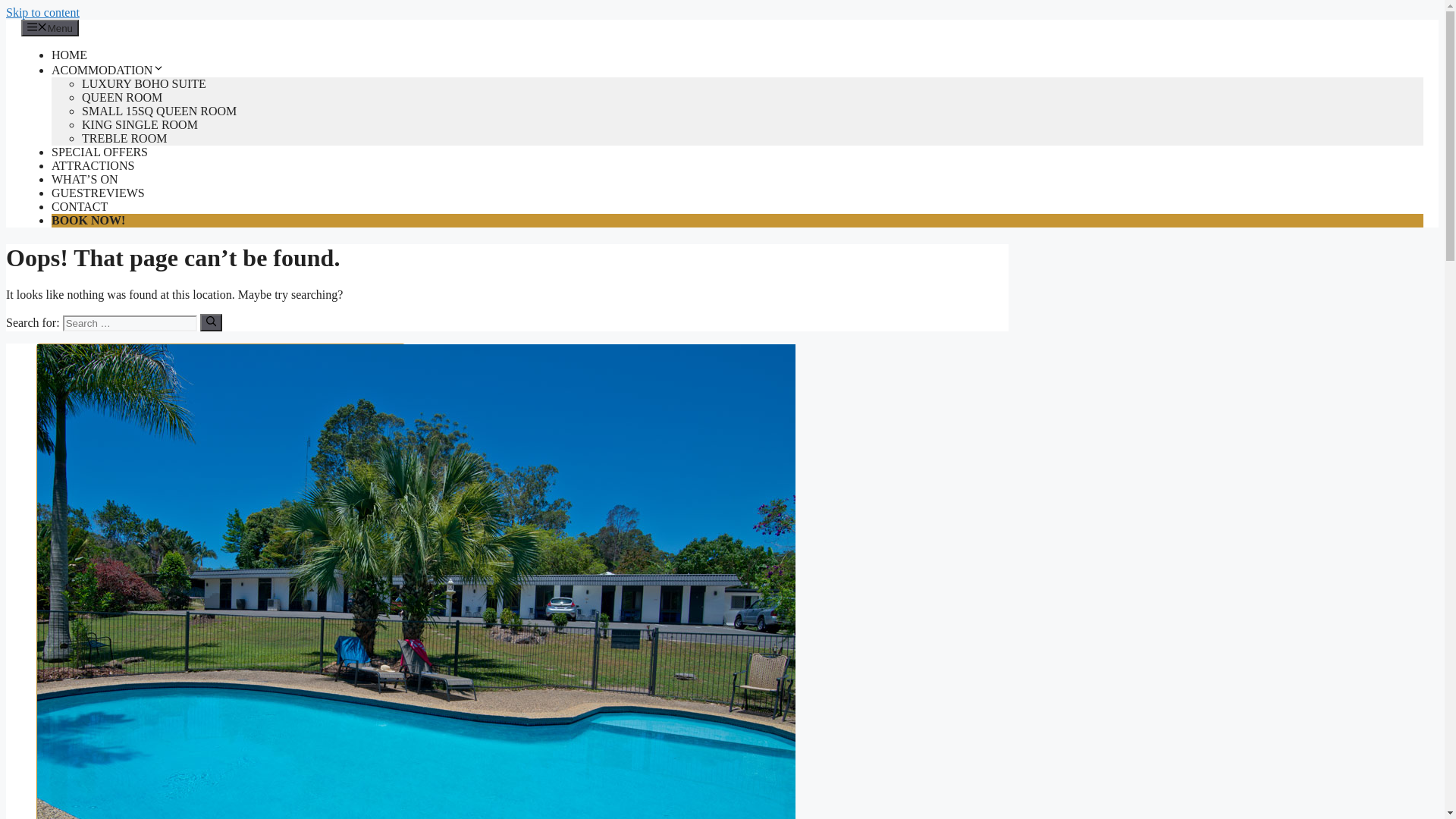 This screenshot has width=1456, height=819. What do you see at coordinates (68, 54) in the screenshot?
I see `'HOME'` at bounding box center [68, 54].